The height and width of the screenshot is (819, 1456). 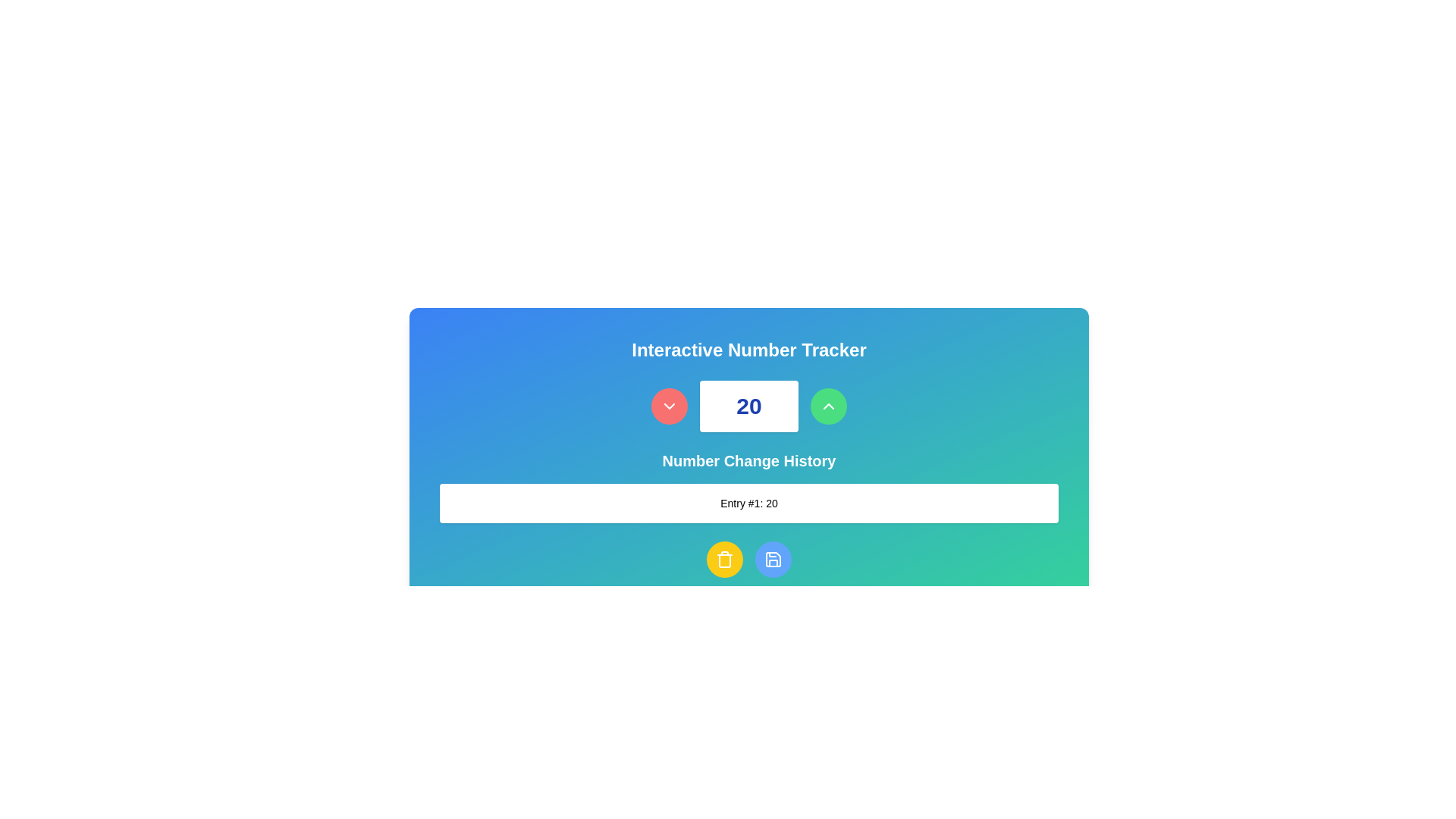 What do you see at coordinates (669, 406) in the screenshot?
I see `the red circular button with a white downward-facing chevron icon to decrease the number displayed in the adjacent box` at bounding box center [669, 406].